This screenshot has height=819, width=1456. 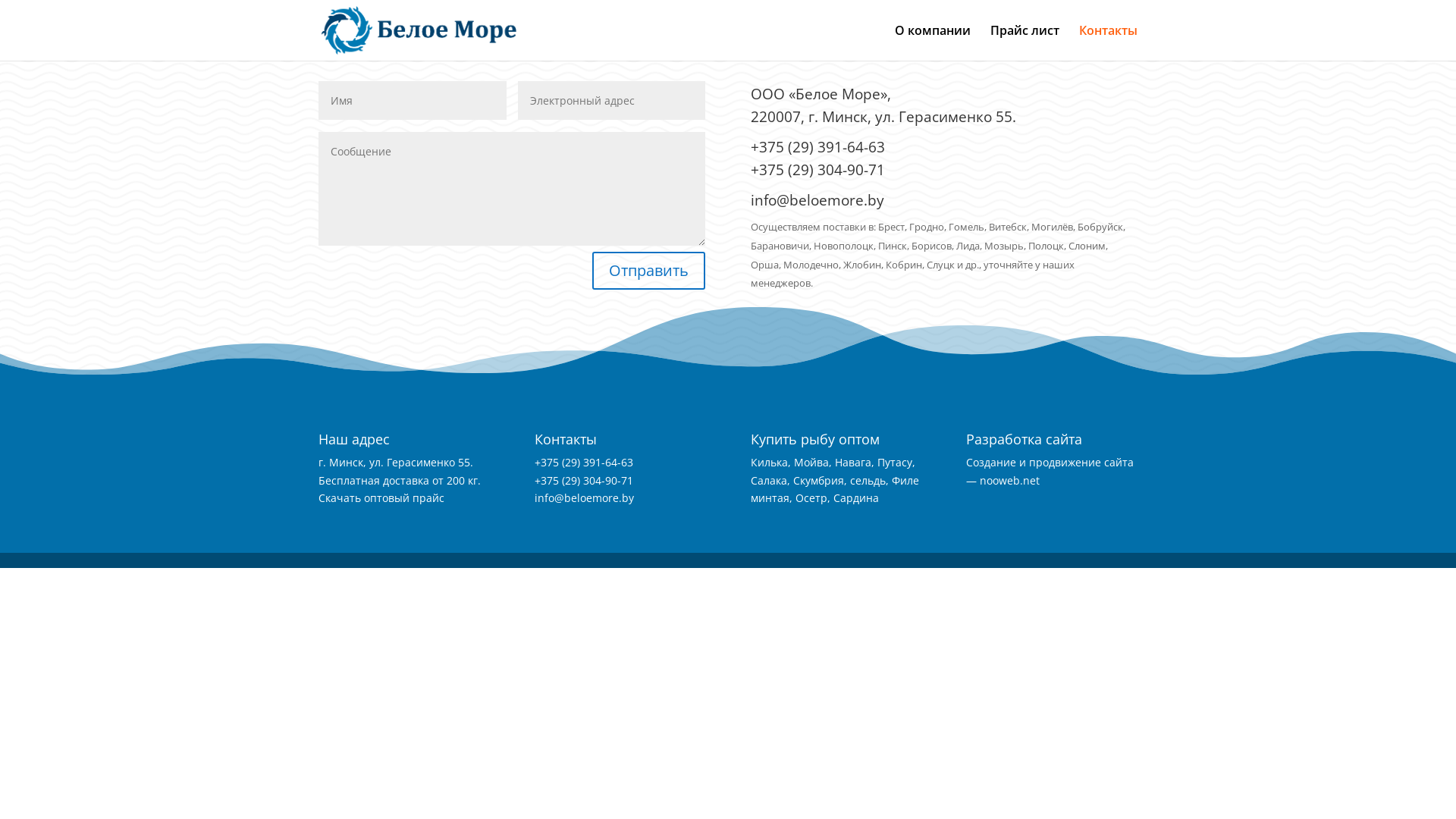 I want to click on '+375 (29) 391-64-63, so click(x=817, y=158).